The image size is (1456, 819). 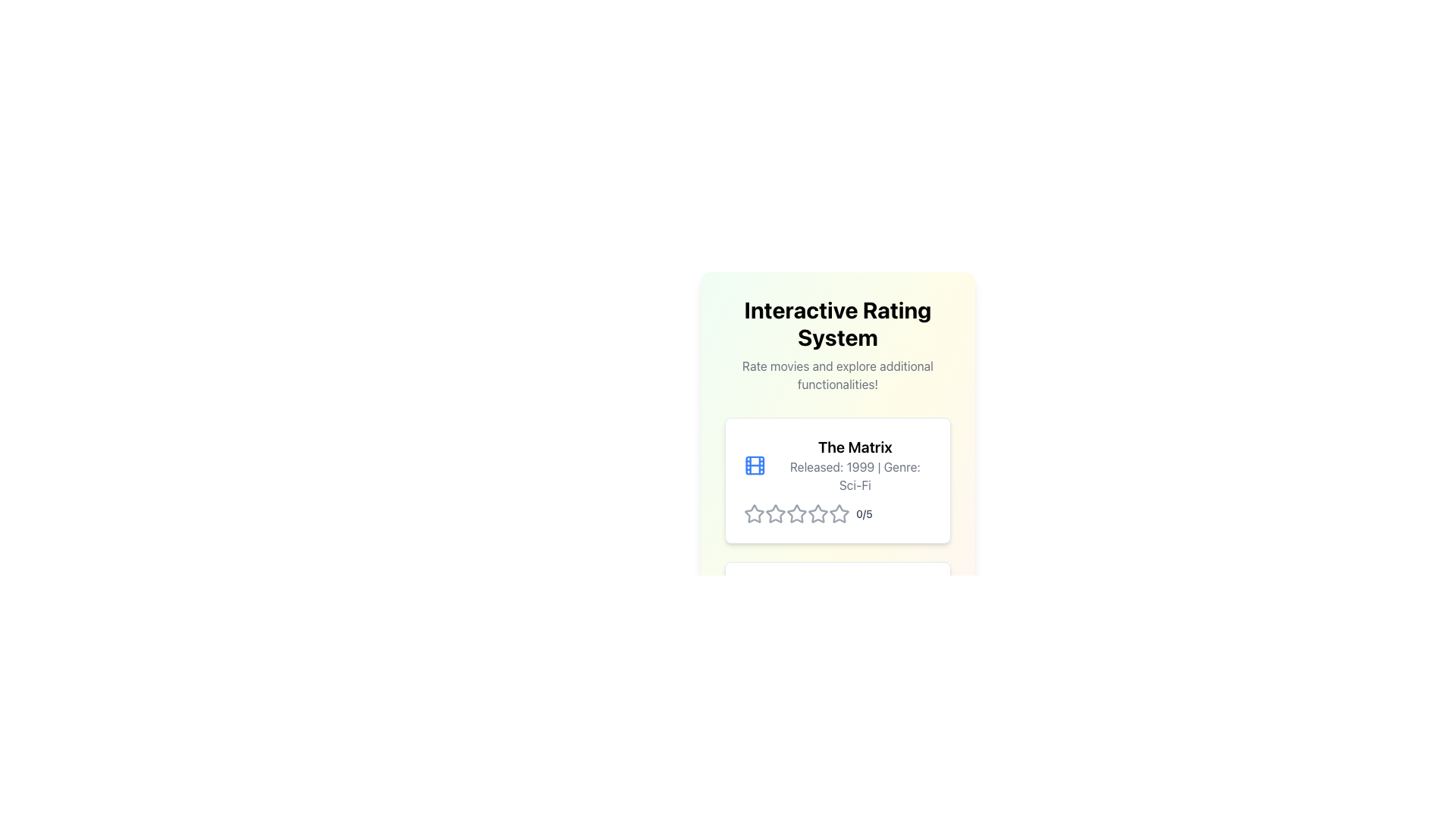 What do you see at coordinates (755, 464) in the screenshot?
I see `the movie icon for 'The Matrix', which is located to the immediate left of the text block displaying the movie's title and details` at bounding box center [755, 464].